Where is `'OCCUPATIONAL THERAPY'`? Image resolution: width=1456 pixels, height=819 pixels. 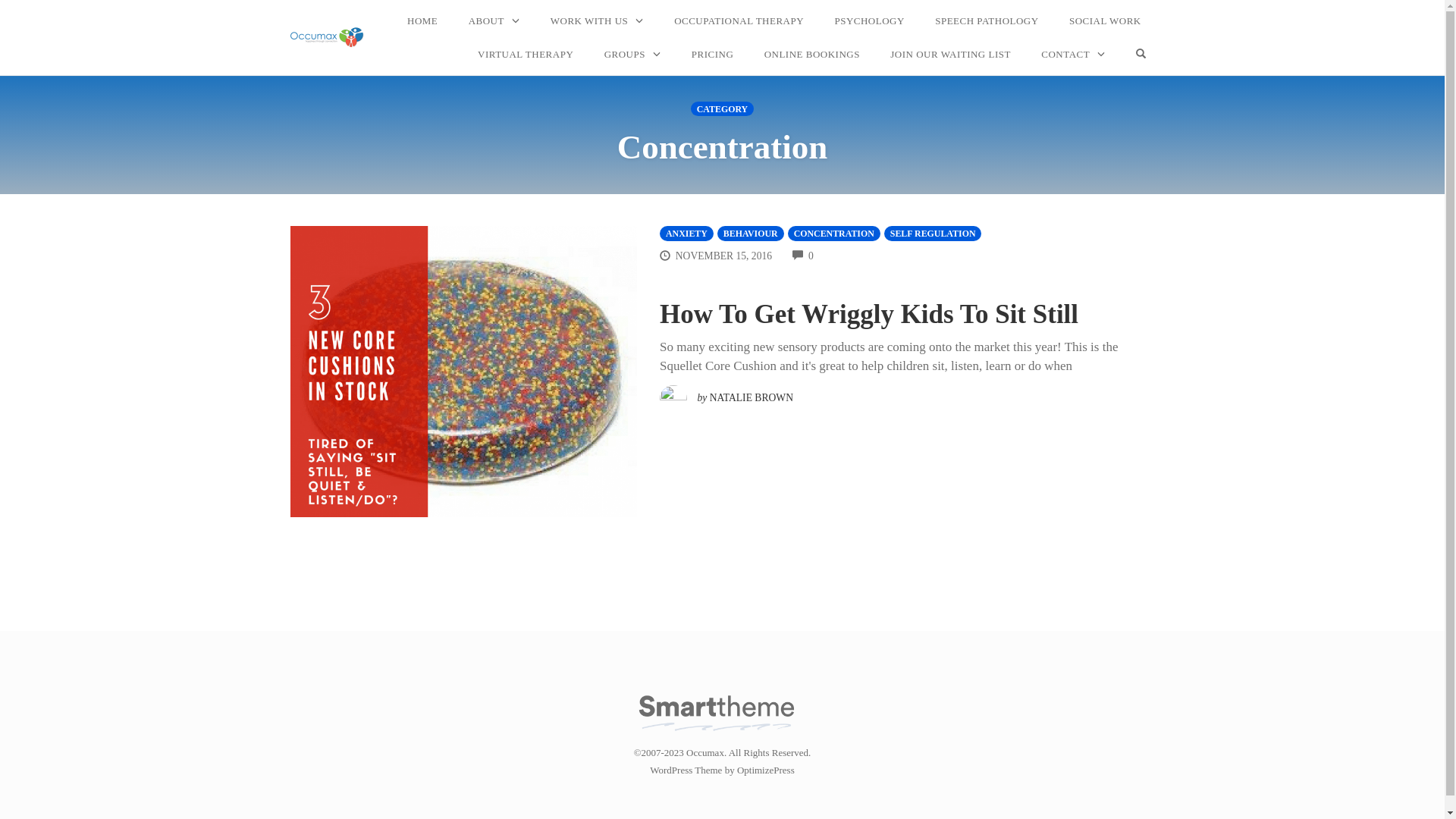 'OCCUPATIONAL THERAPY' is located at coordinates (739, 20).